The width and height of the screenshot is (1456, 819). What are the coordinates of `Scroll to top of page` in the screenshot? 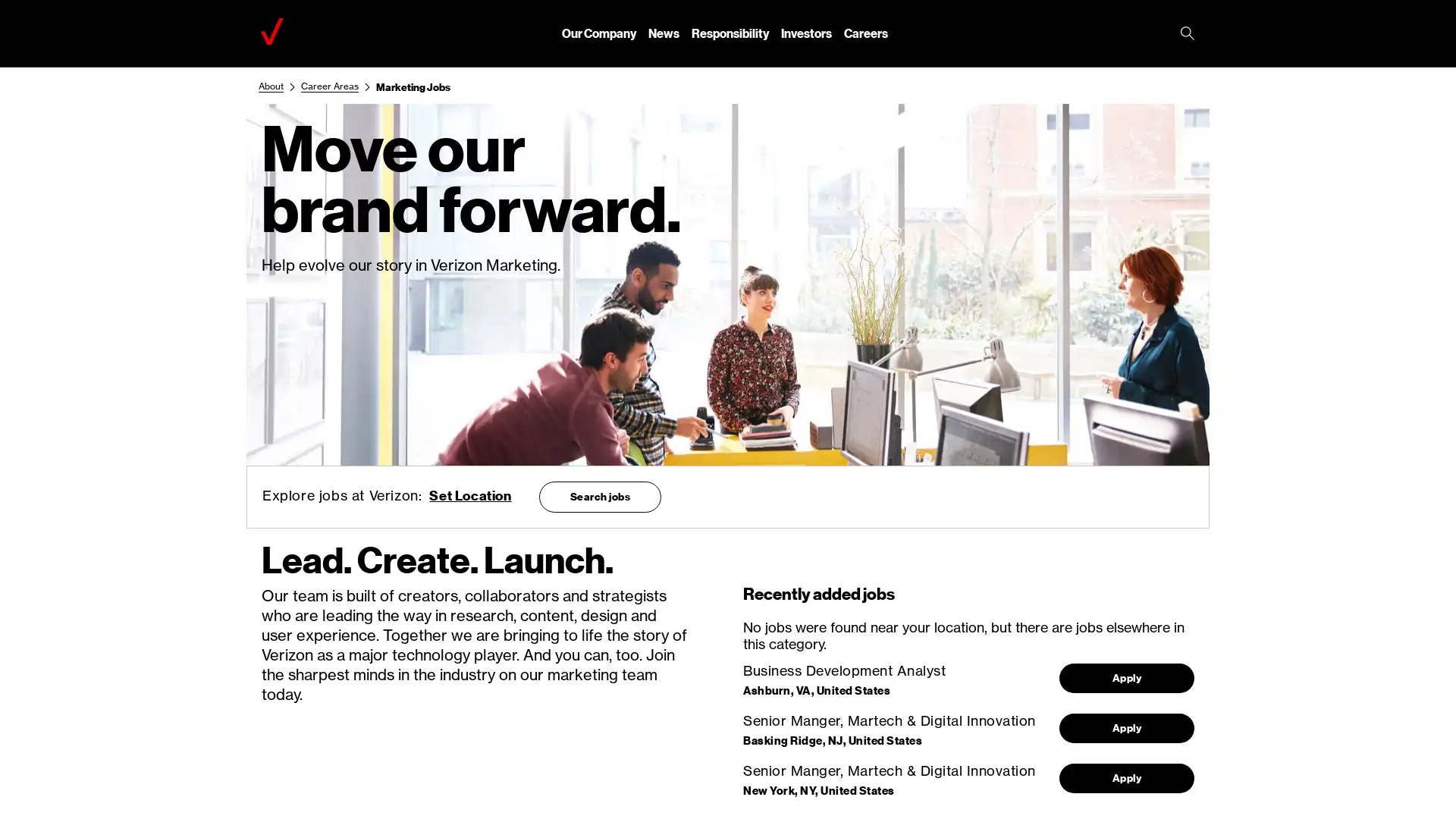 It's located at (1417, 773).